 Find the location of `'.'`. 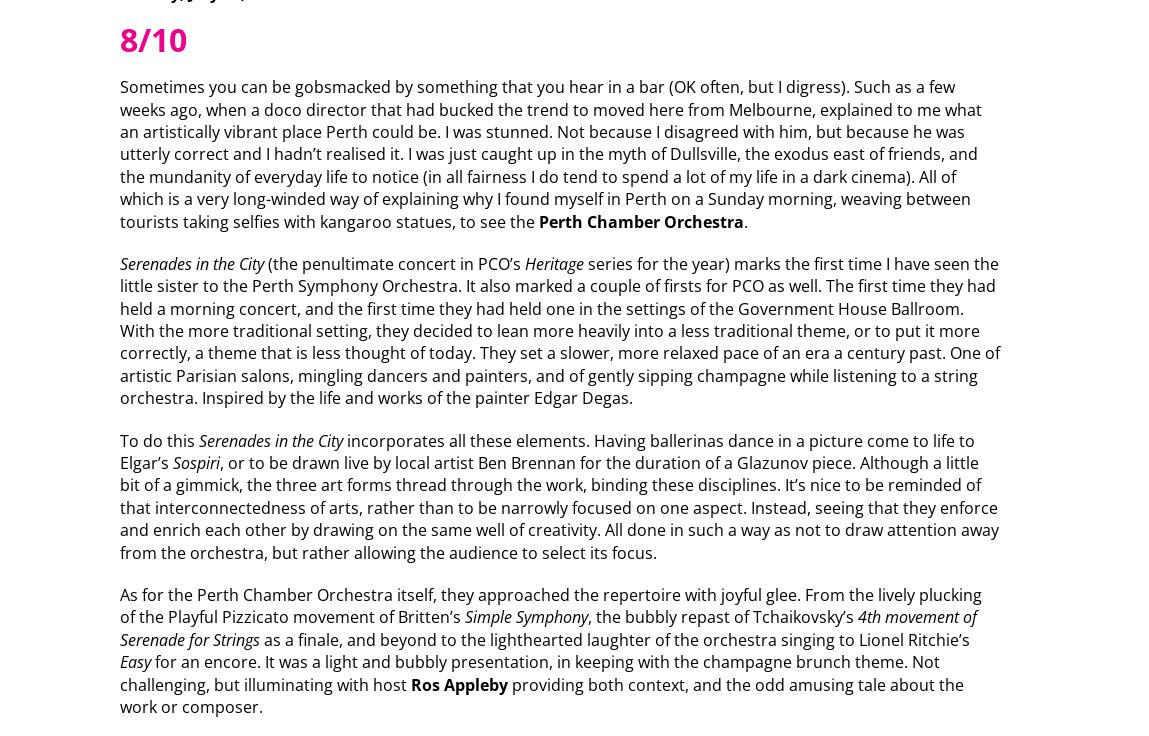

'.' is located at coordinates (745, 220).